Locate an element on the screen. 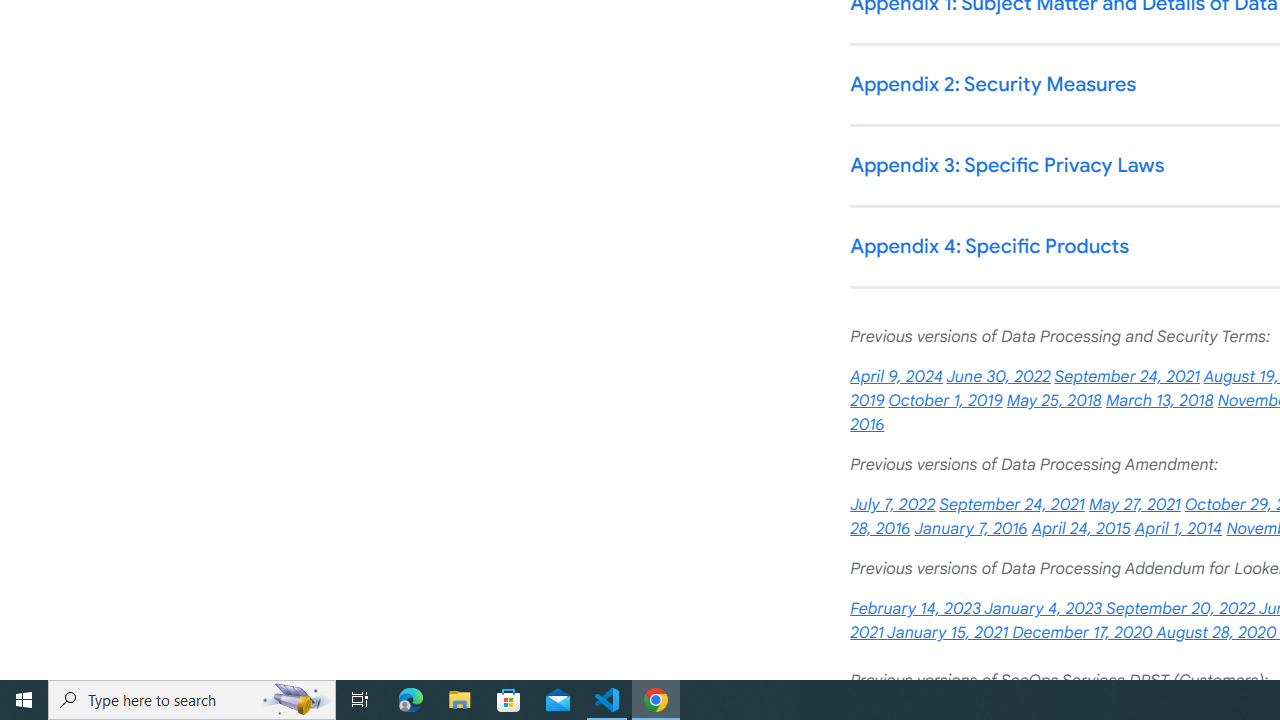  'May 25, 2018' is located at coordinates (1053, 401).